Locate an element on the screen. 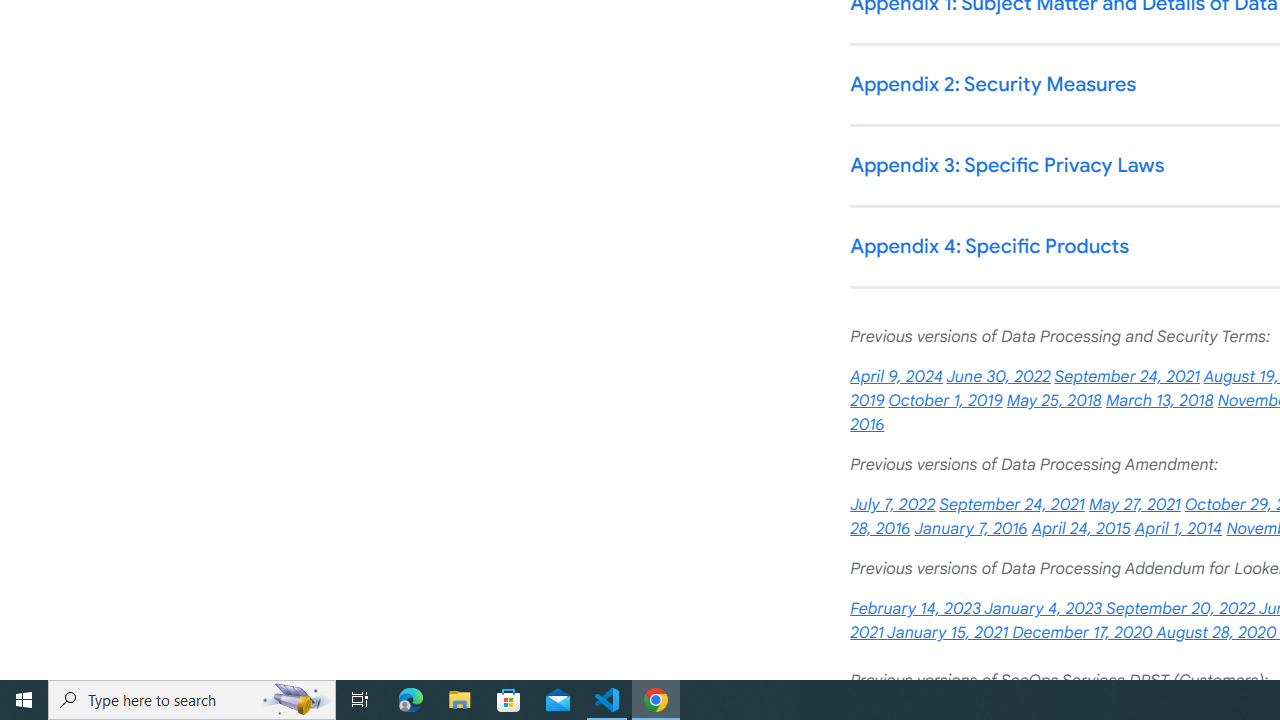  'May 25, 2018' is located at coordinates (1053, 401).